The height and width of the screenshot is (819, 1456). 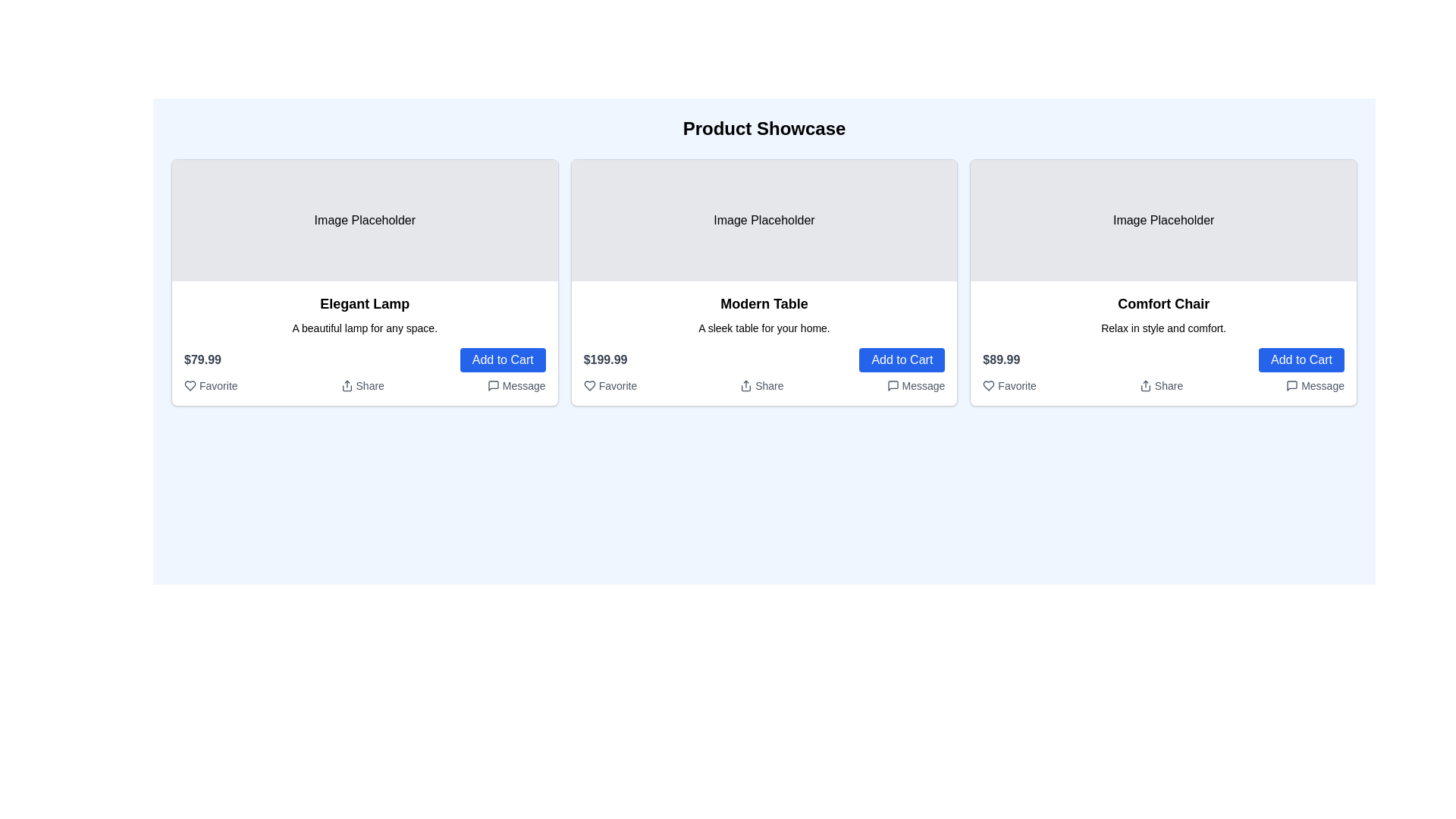 What do you see at coordinates (761, 385) in the screenshot?
I see `the 'Share' button, which features a share icon followed by the text 'Share', located under the product card for 'Modern Table'. This button is the second option in a horizontal group of interactive options` at bounding box center [761, 385].